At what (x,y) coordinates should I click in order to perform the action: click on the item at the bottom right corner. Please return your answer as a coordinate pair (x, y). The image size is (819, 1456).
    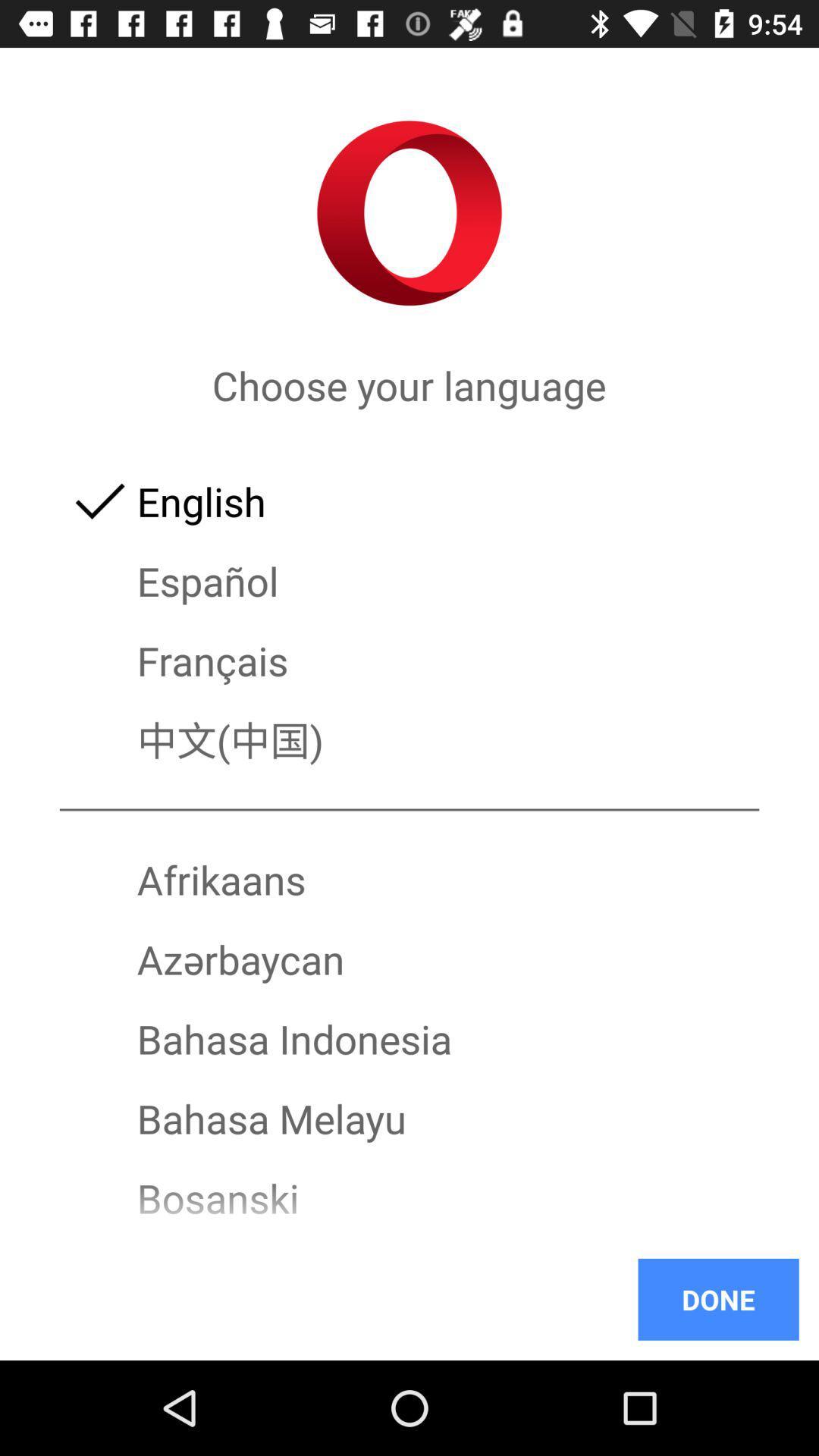
    Looking at the image, I should click on (717, 1298).